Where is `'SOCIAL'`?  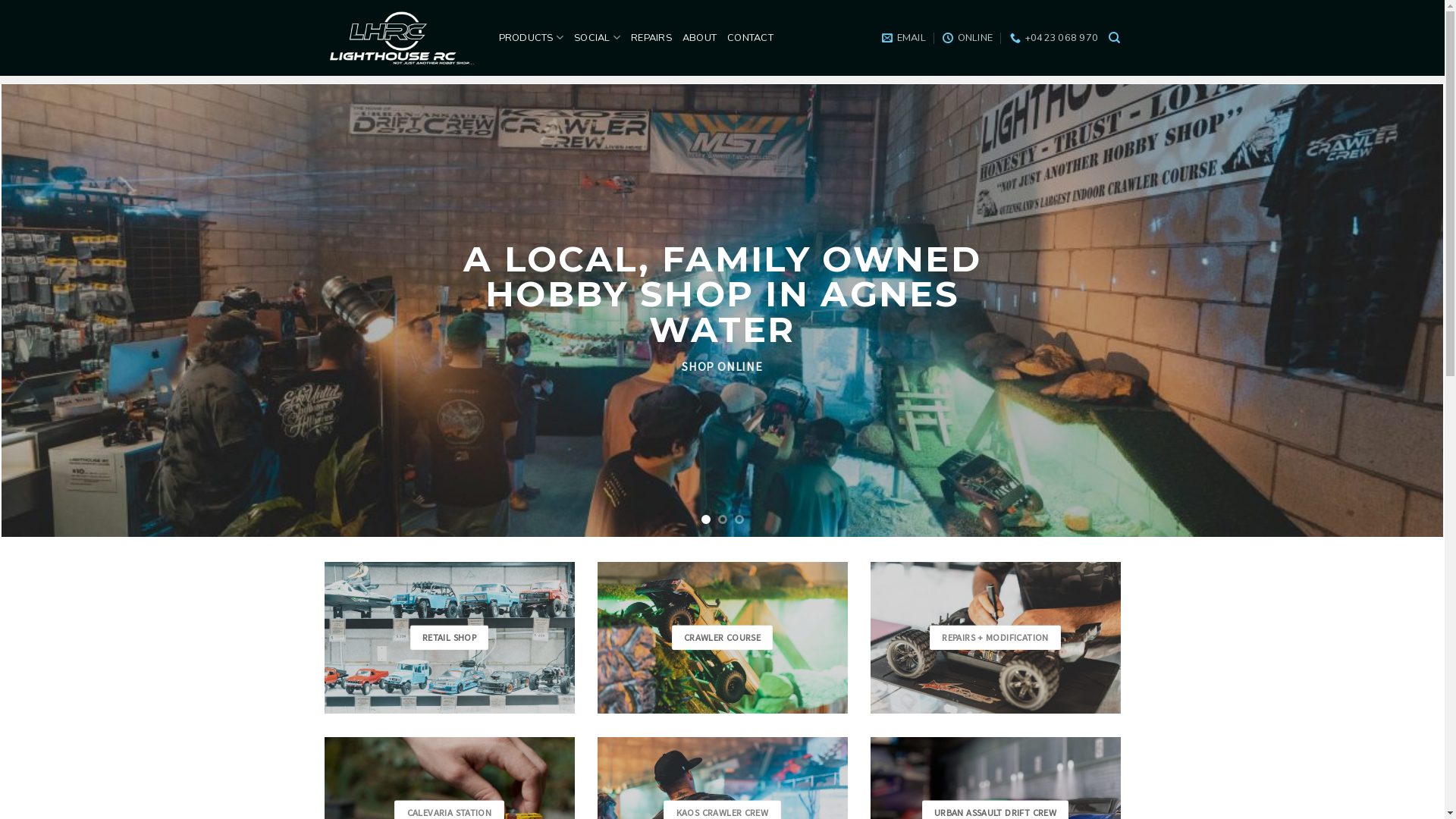 'SOCIAL' is located at coordinates (596, 36).